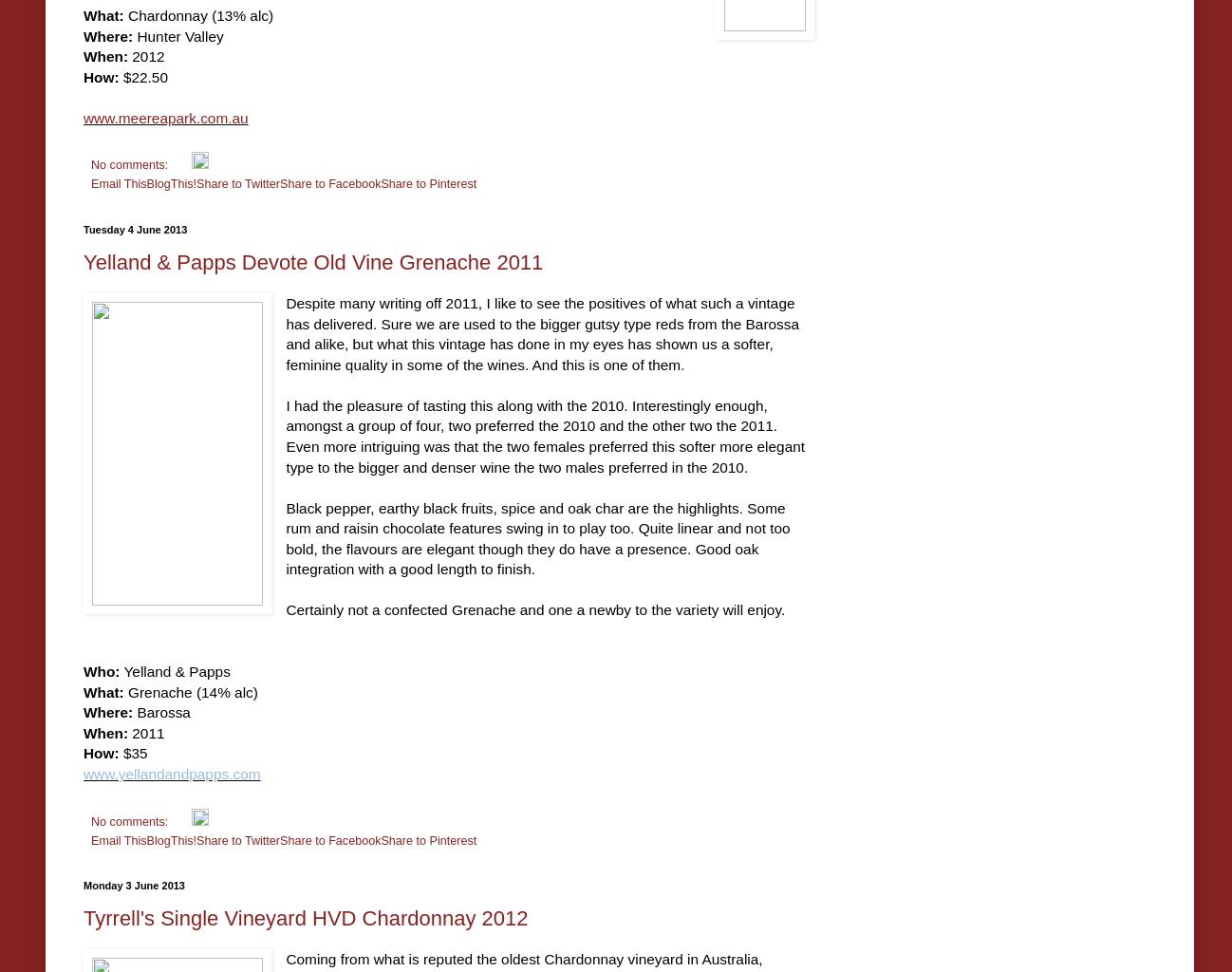 The width and height of the screenshot is (1232, 972). What do you see at coordinates (133, 884) in the screenshot?
I see `'Monday 3 June 2013'` at bounding box center [133, 884].